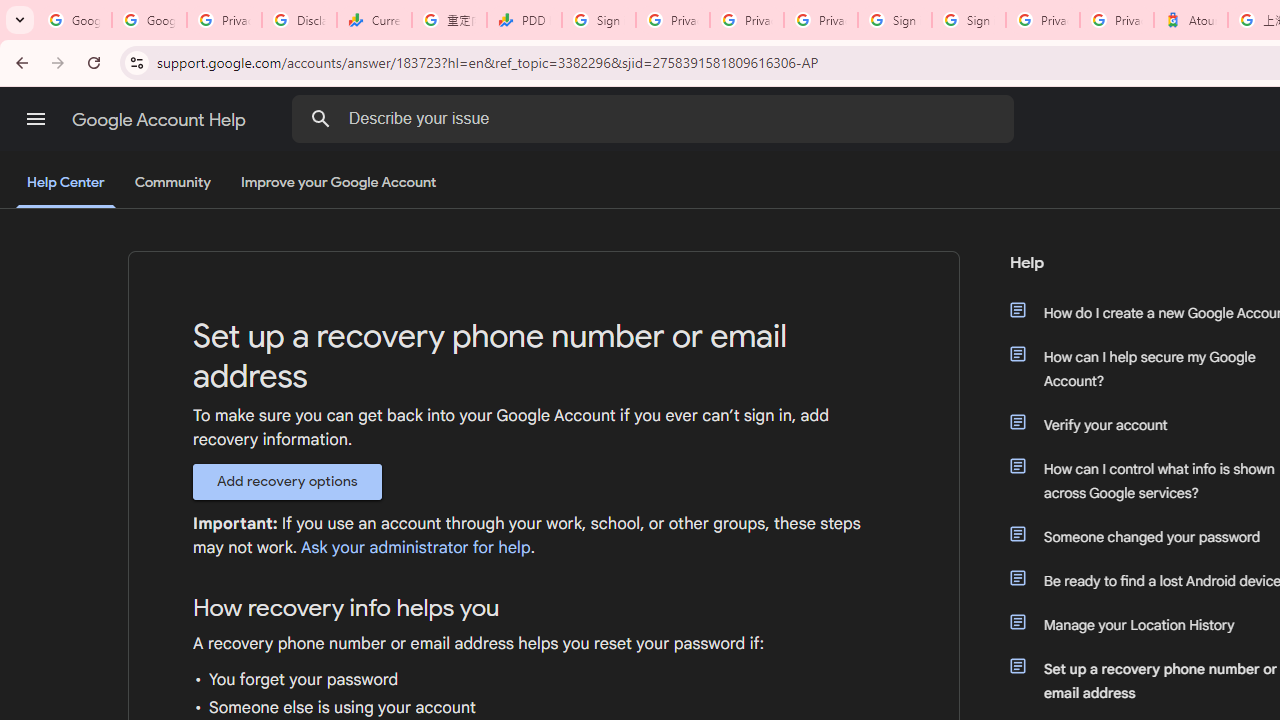 This screenshot has height=720, width=1280. What do you see at coordinates (374, 20) in the screenshot?
I see `'Currencies - Google Finance'` at bounding box center [374, 20].